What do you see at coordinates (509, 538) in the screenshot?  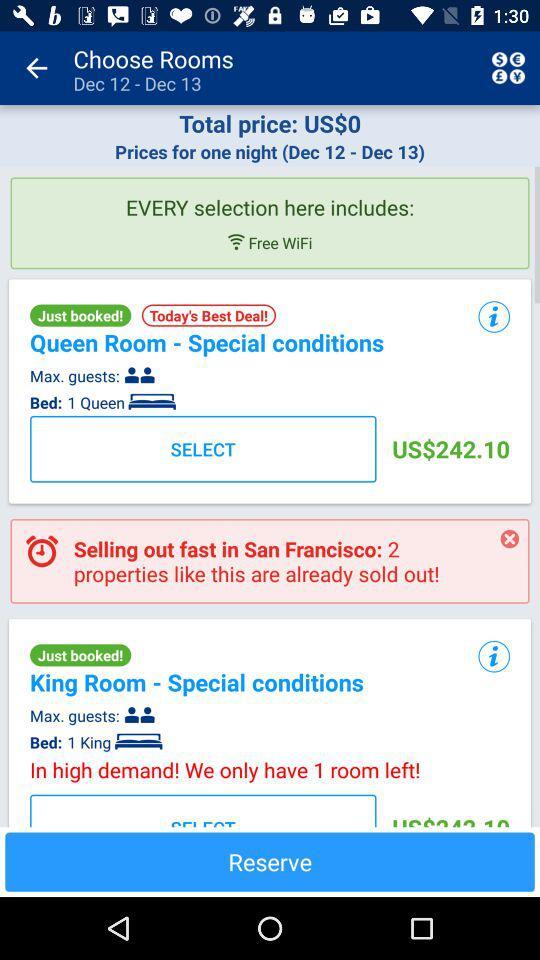 I see `item next to selling out fast icon` at bounding box center [509, 538].